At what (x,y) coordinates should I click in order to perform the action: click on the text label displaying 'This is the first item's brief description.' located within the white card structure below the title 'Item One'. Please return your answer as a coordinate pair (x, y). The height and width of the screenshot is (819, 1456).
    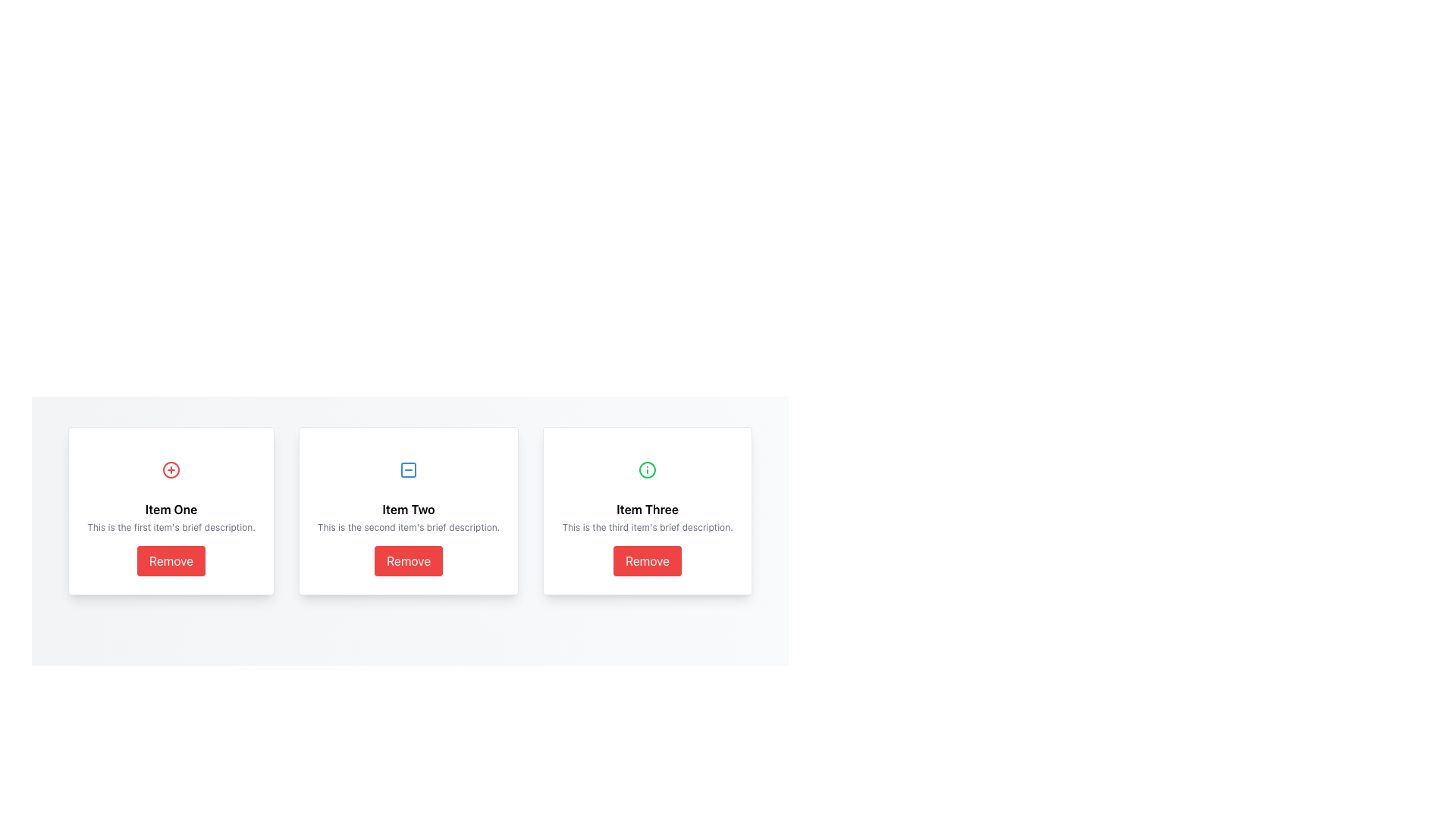
    Looking at the image, I should click on (171, 526).